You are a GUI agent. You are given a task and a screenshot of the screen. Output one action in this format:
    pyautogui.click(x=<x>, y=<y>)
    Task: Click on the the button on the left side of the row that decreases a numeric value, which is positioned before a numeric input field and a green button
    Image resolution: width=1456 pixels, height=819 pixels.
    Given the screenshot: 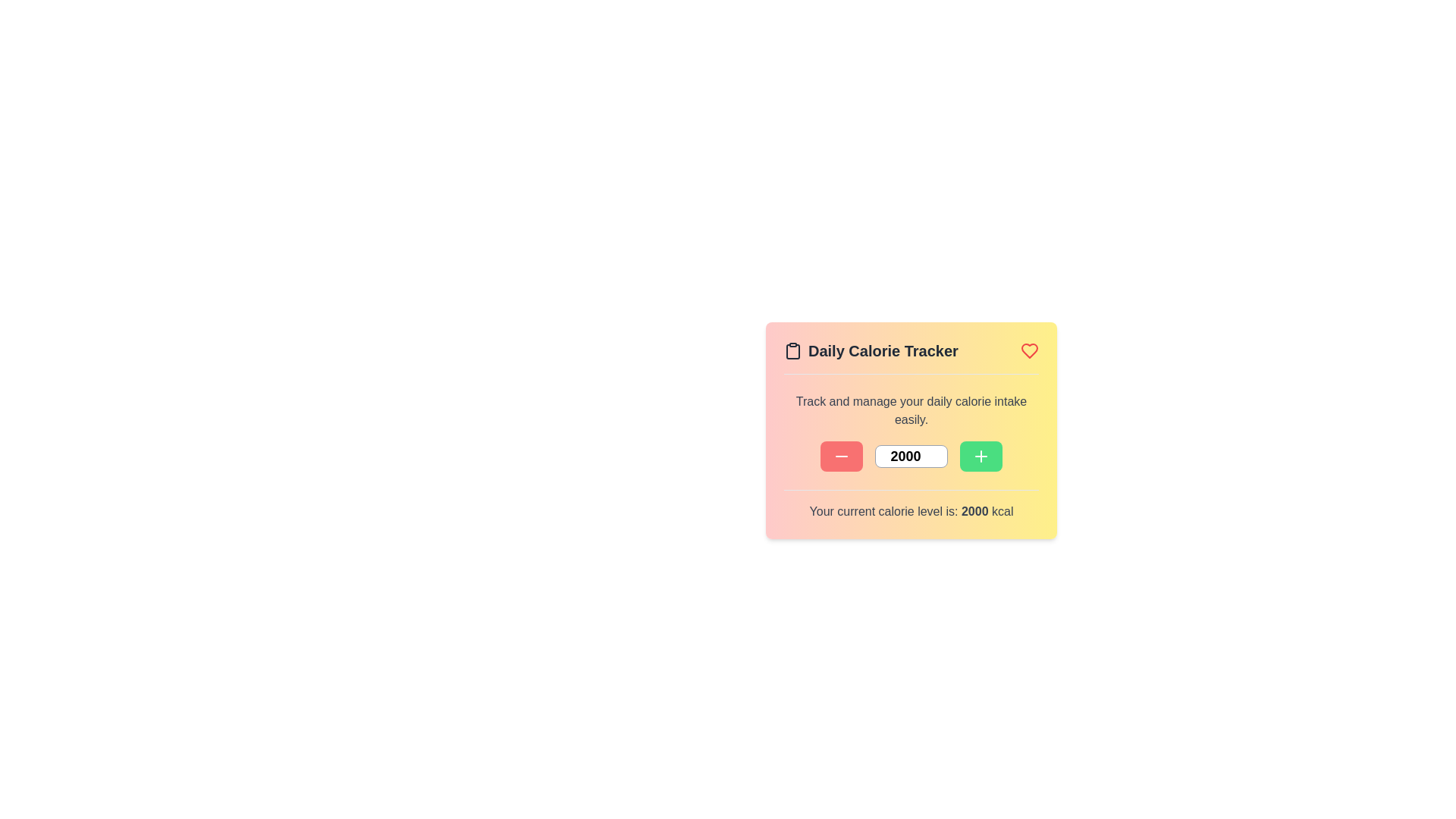 What is the action you would take?
    pyautogui.click(x=840, y=455)
    